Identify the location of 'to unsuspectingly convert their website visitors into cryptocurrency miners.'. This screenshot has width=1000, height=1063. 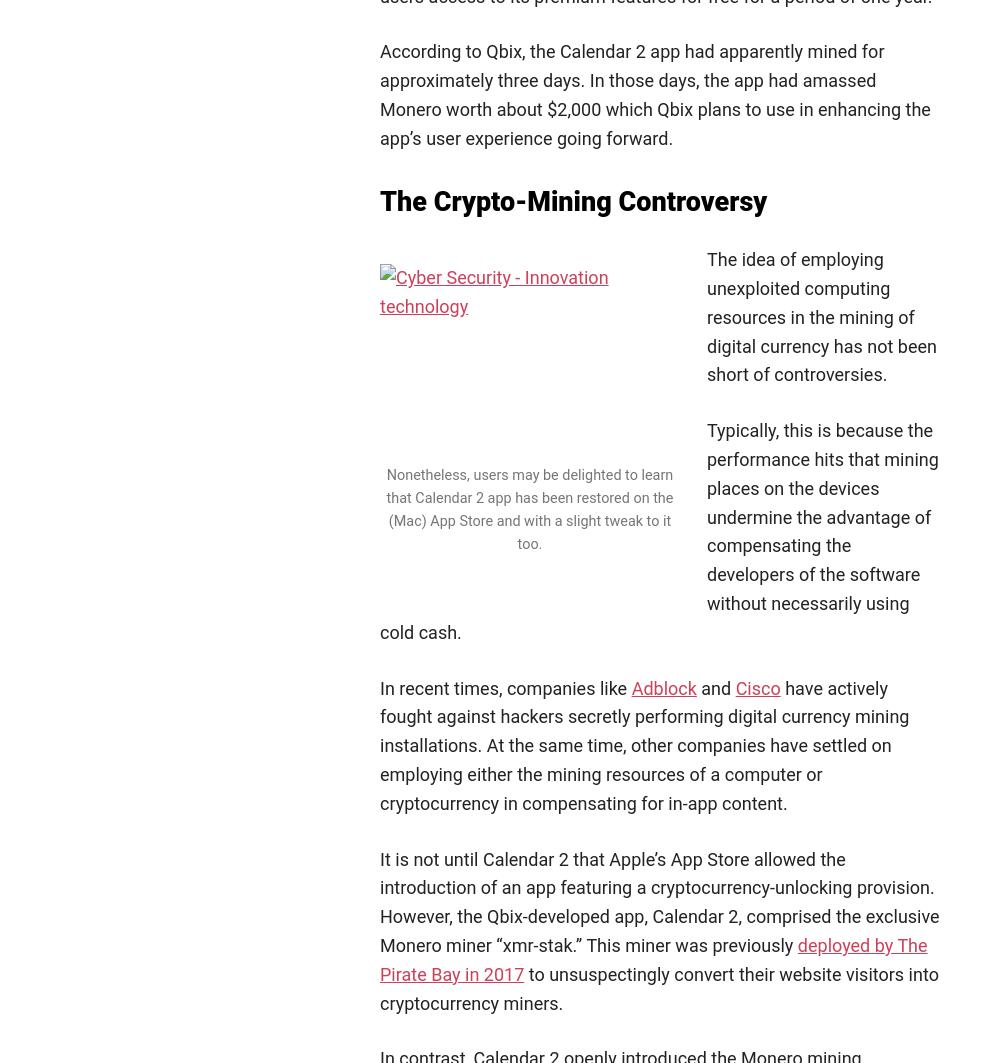
(380, 986).